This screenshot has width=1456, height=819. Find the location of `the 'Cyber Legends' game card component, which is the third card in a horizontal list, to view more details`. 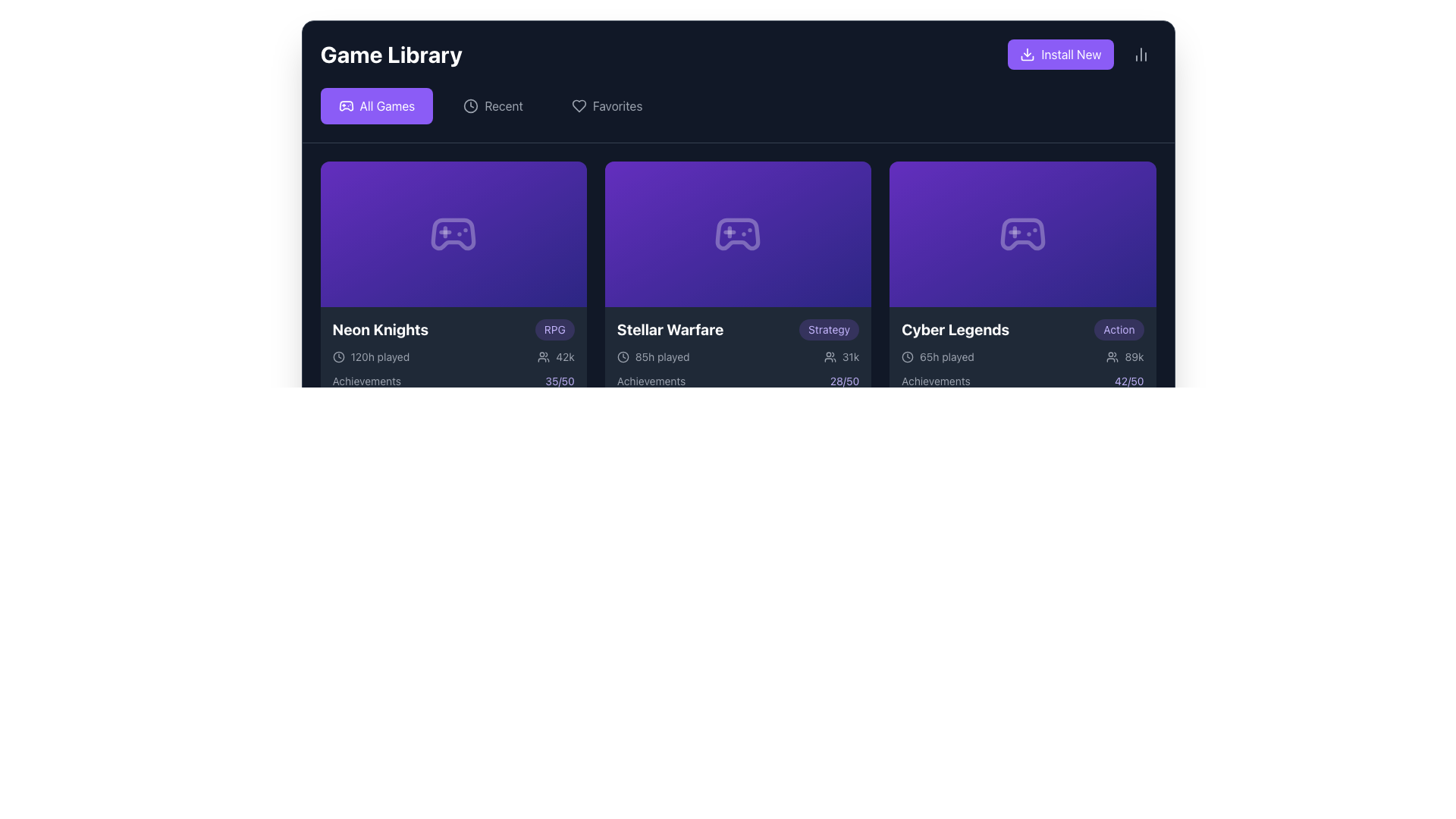

the 'Cyber Legends' game card component, which is the third card in a horizontal list, to view more details is located at coordinates (1022, 287).